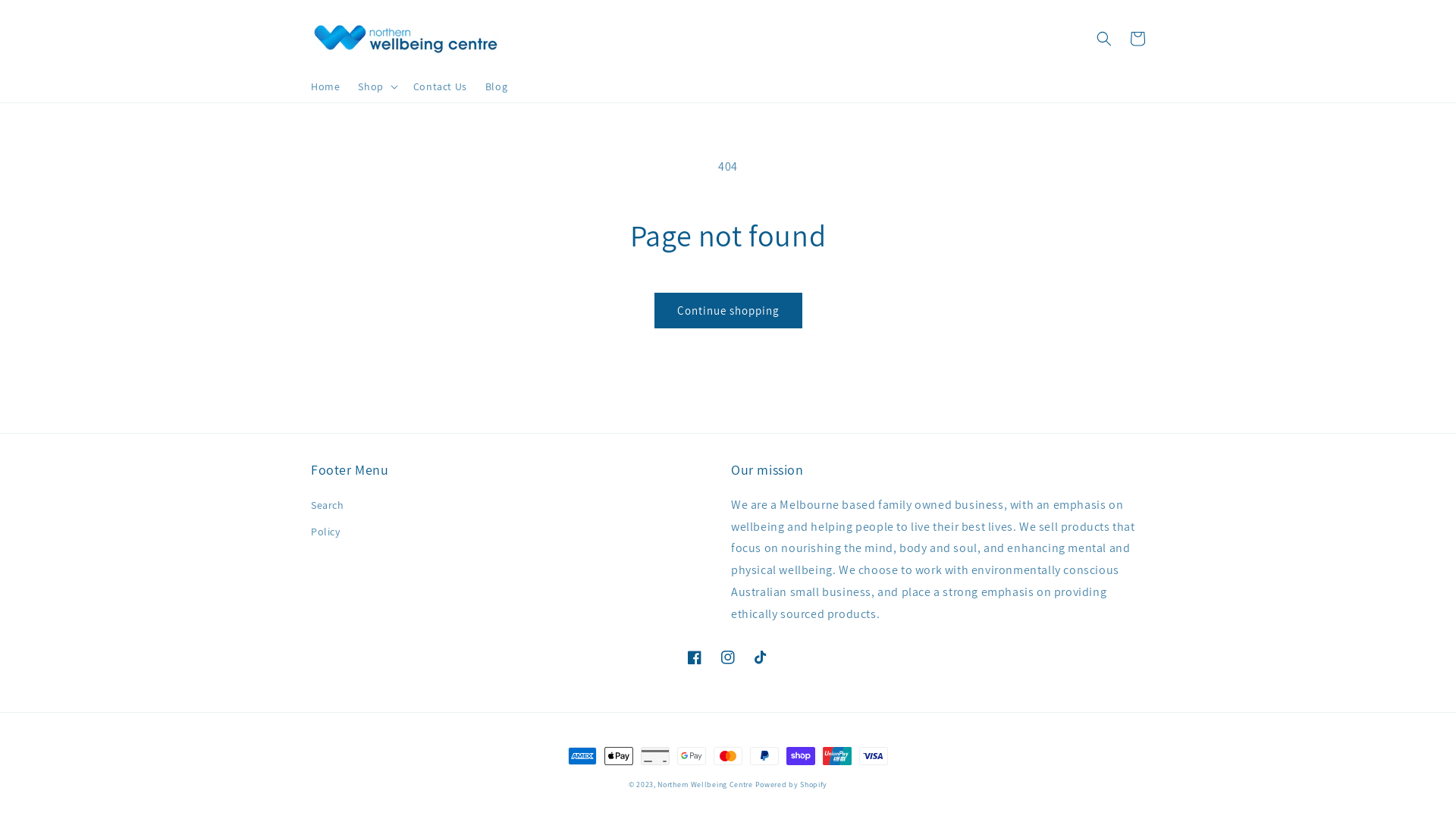 The height and width of the screenshot is (819, 1456). I want to click on 'Home', so click(324, 85).